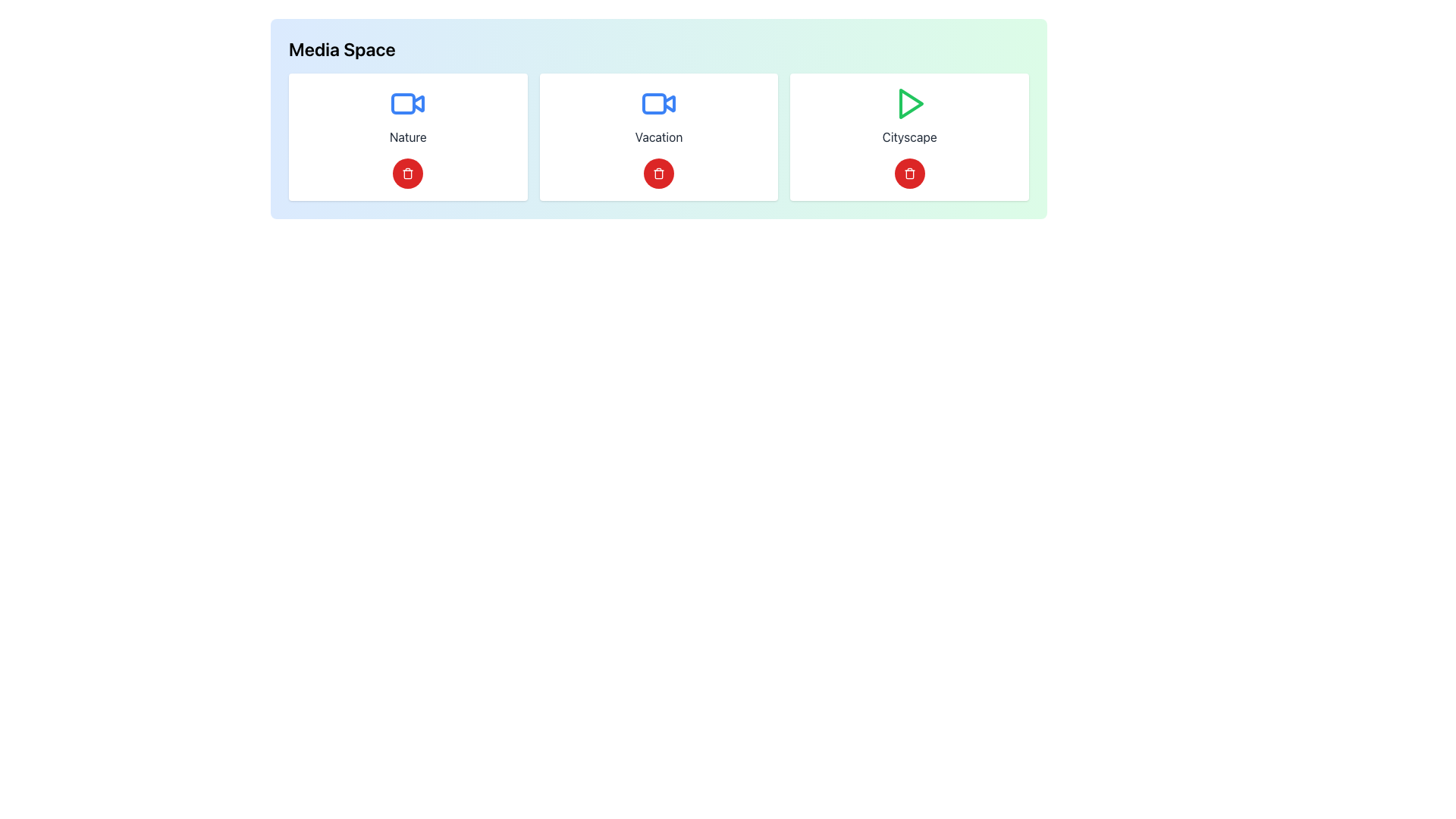 This screenshot has width=1456, height=819. I want to click on the green triangular play button located at the top central part of the card titled 'Cityscape', so click(909, 103).